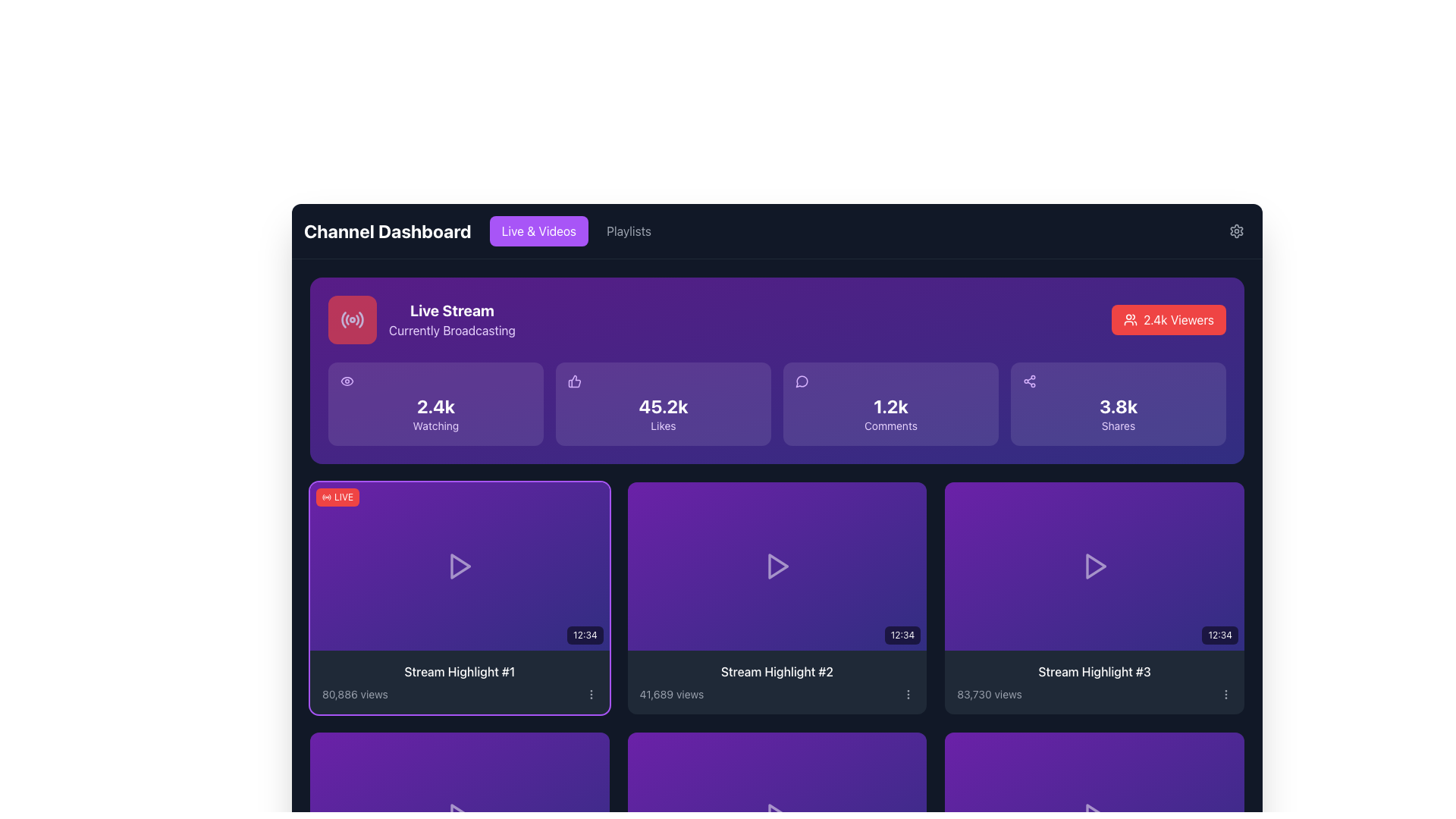  I want to click on Information card element, which has a purple background with a white chat bubble icon on the left, displaying '1.2k' in bold text and 'Comments' below it, so click(891, 403).